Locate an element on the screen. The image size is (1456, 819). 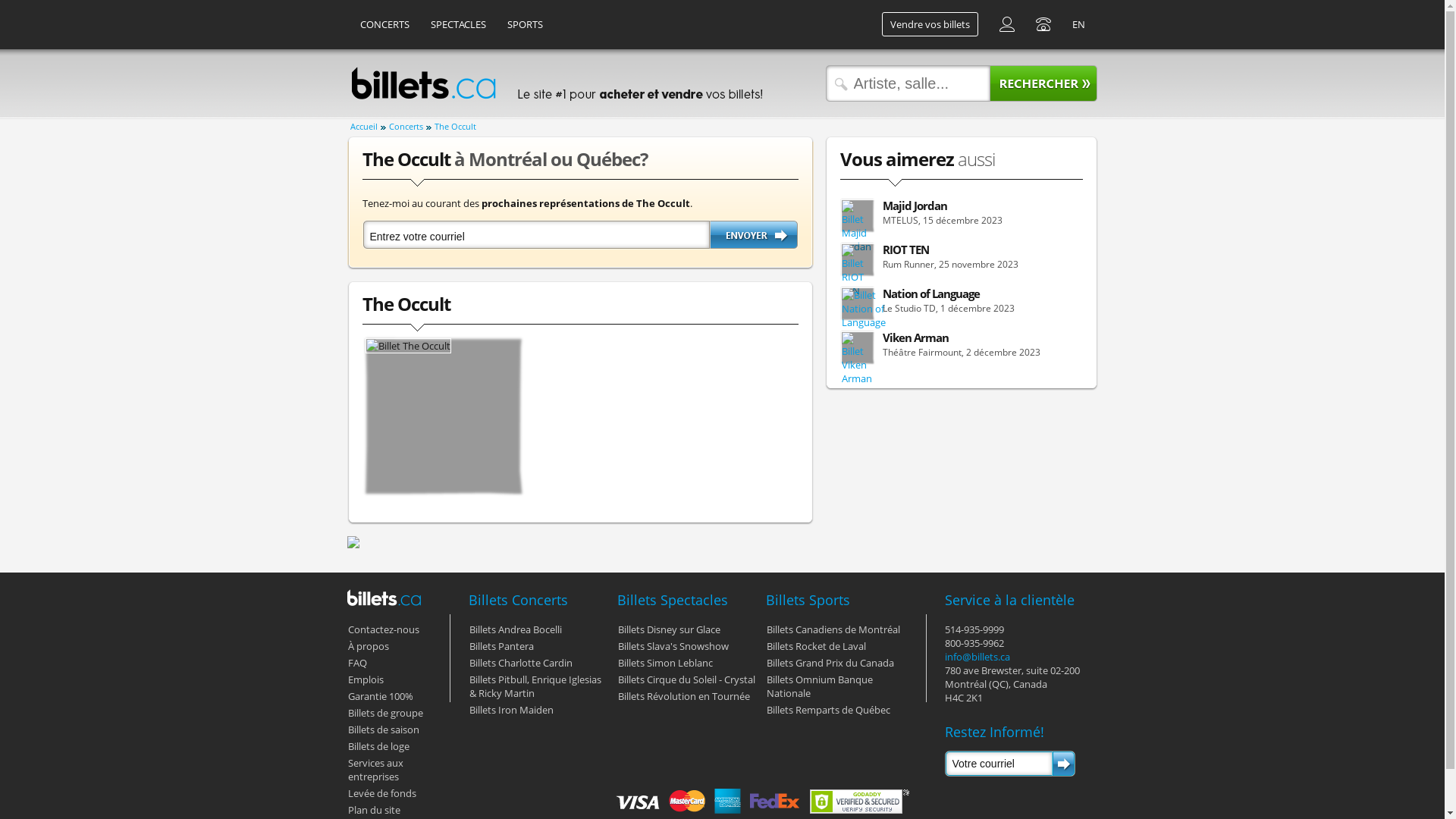
'Billet RIOT TEN' is located at coordinates (858, 270).